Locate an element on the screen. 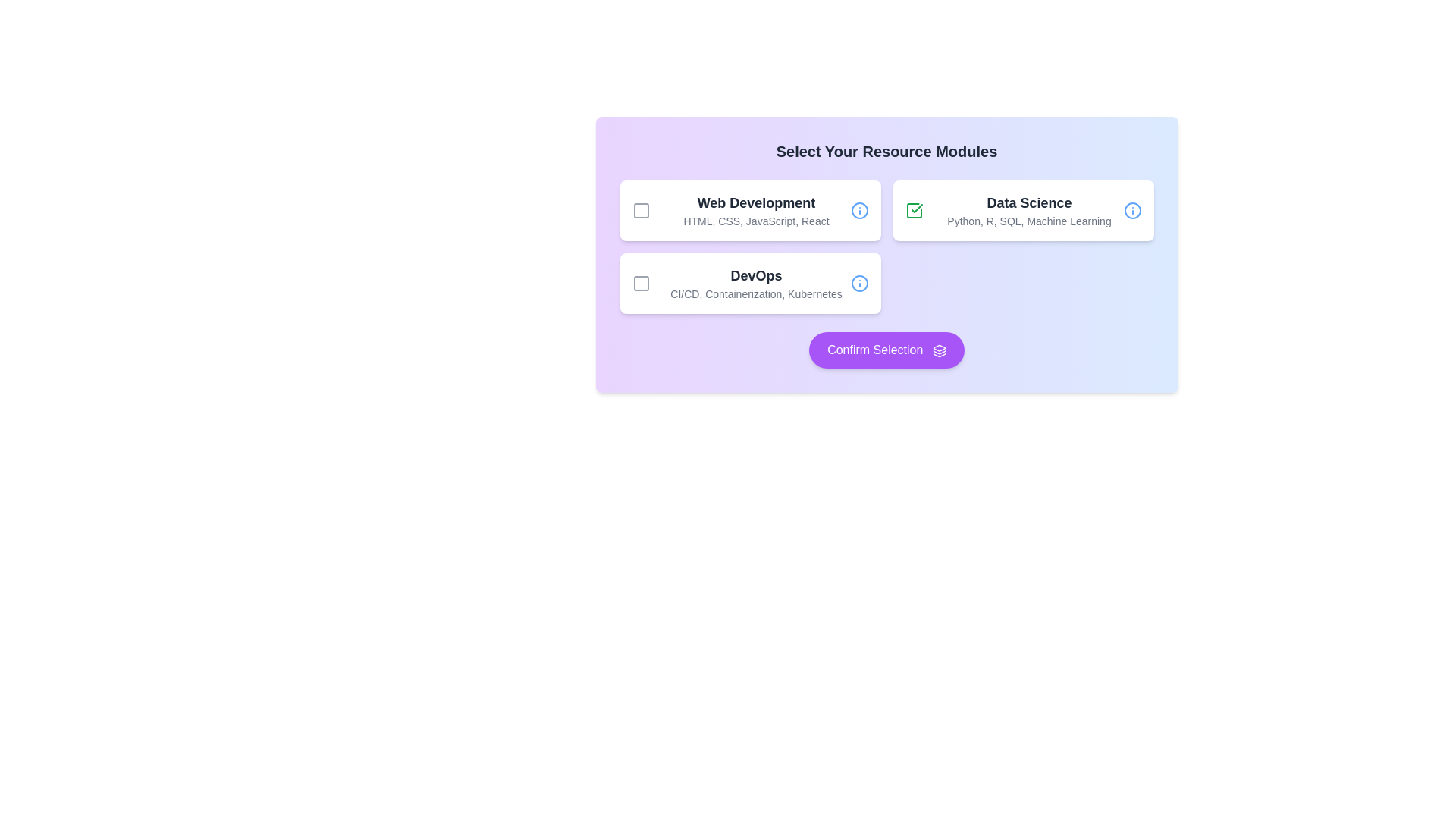 The height and width of the screenshot is (819, 1456). text label displaying 'HTML, CSS, JavaScript, React' that is styled in gray and positioned underneath the title 'Web Development' is located at coordinates (756, 221).